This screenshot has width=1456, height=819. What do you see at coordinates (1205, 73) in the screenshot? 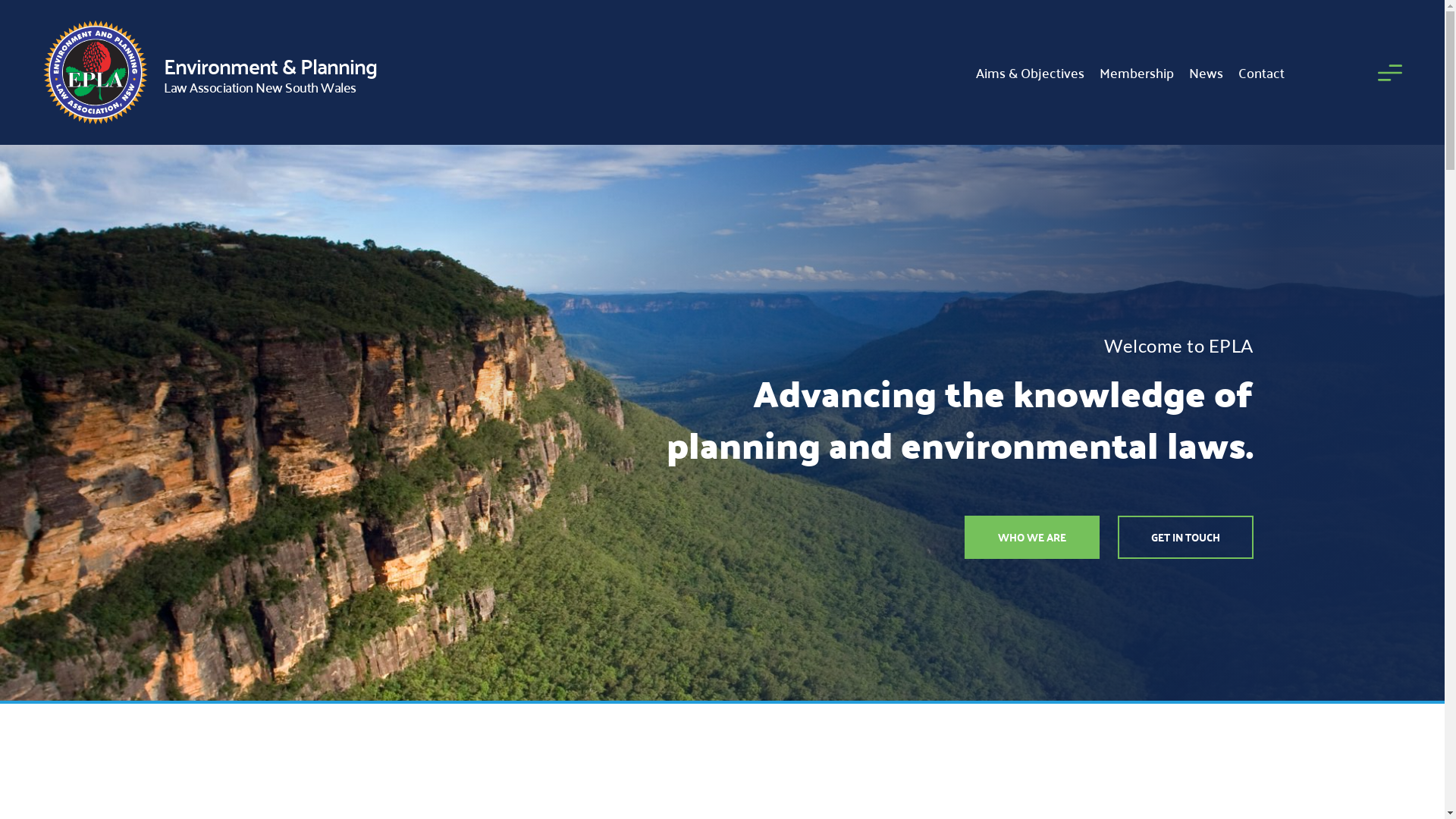
I see `'News'` at bounding box center [1205, 73].